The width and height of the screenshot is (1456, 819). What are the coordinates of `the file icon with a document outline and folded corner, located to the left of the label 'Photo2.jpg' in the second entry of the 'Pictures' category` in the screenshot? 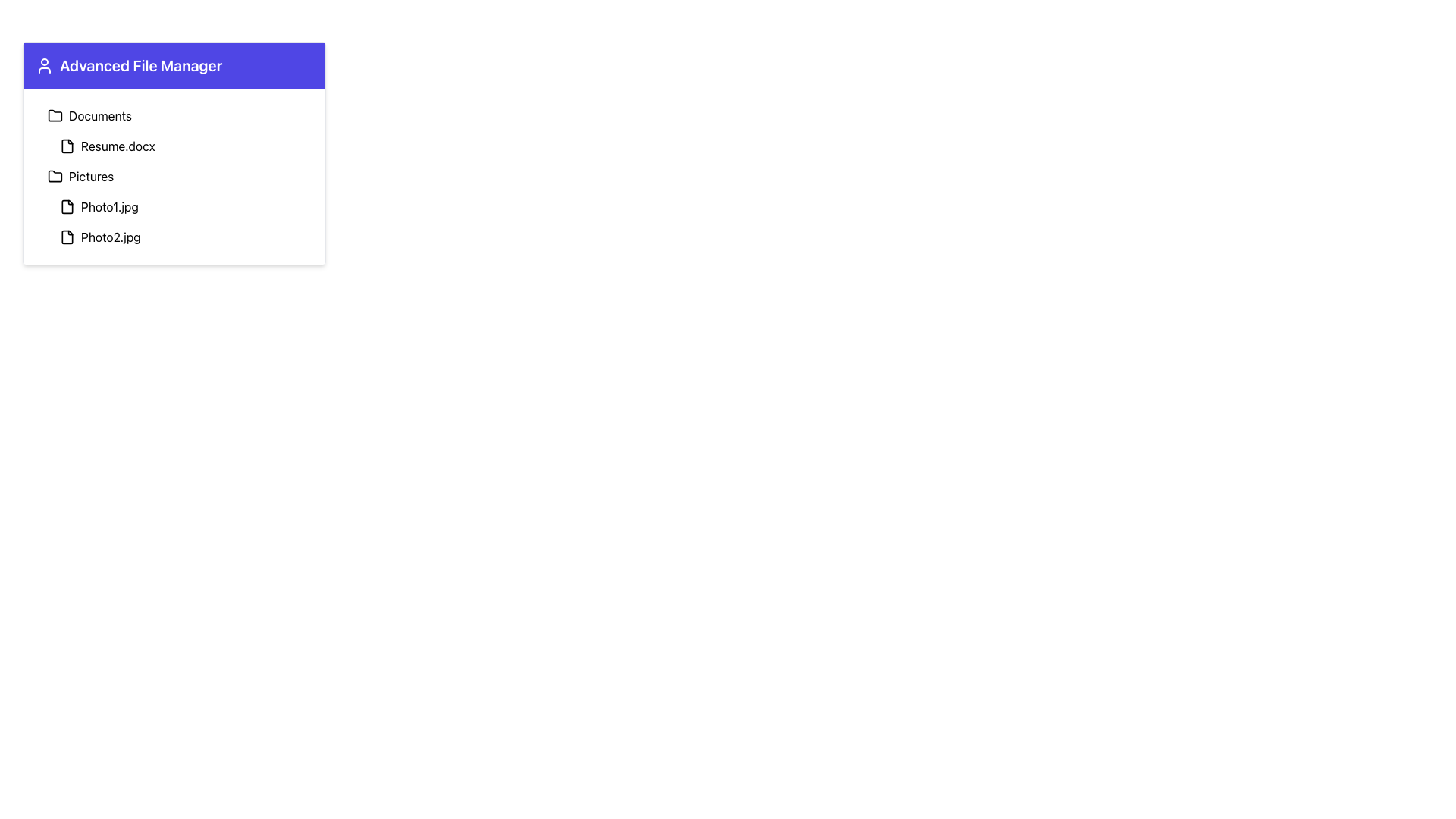 It's located at (67, 237).